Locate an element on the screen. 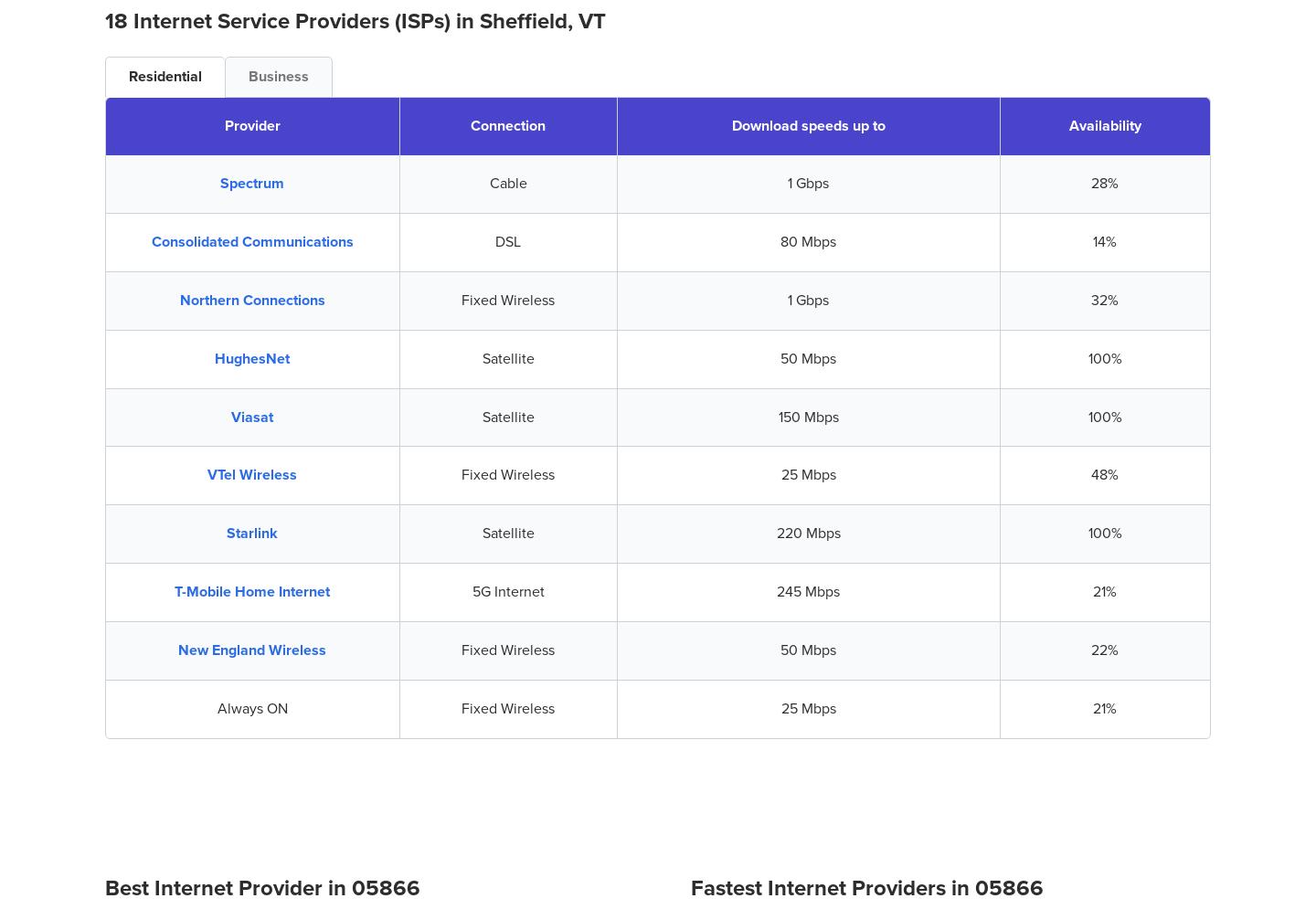 The height and width of the screenshot is (909, 1316). 'Starlink' is located at coordinates (251, 532).